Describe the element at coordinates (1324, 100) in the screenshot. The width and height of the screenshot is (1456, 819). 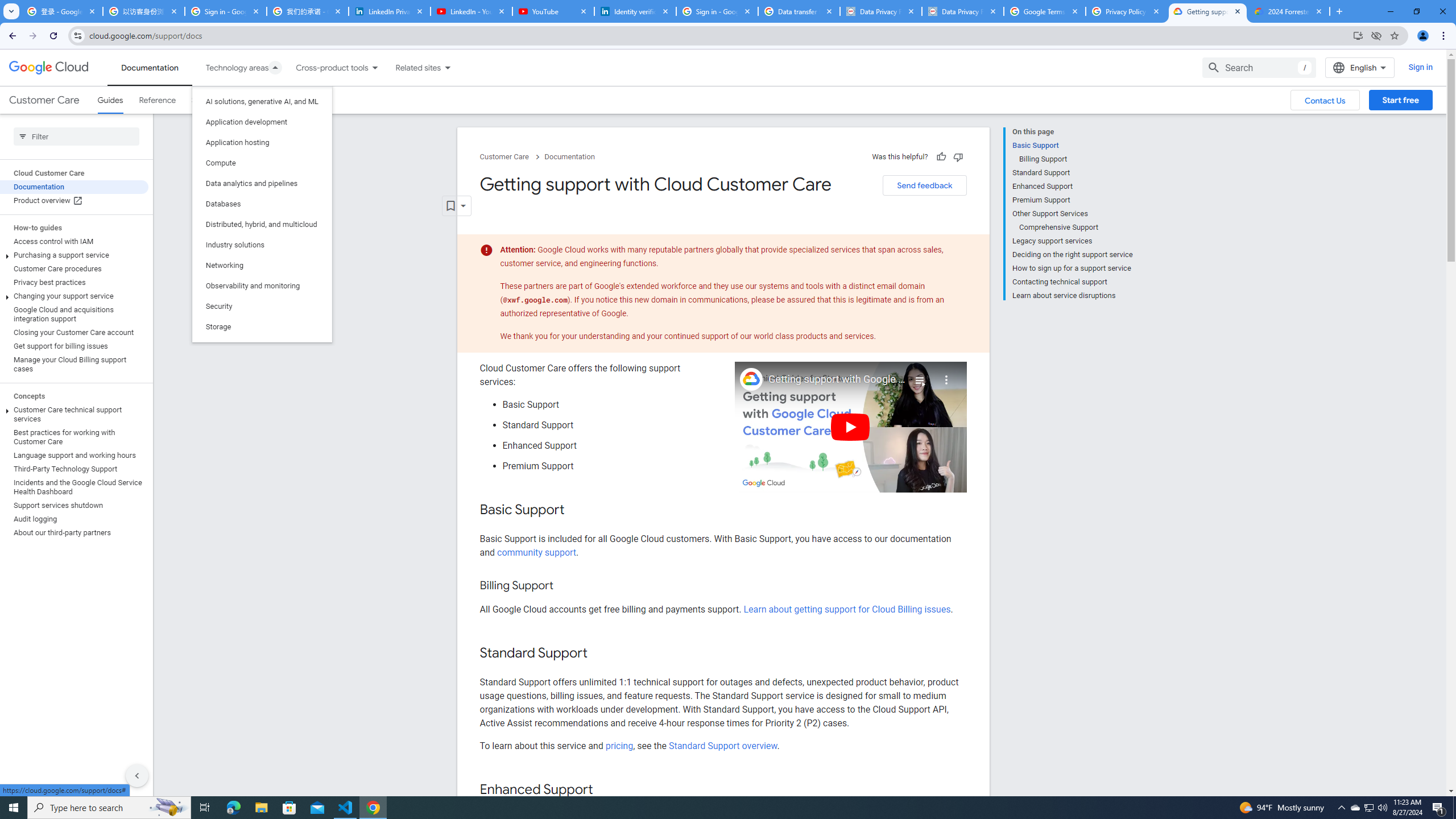
I see `'Contact Us'` at that location.